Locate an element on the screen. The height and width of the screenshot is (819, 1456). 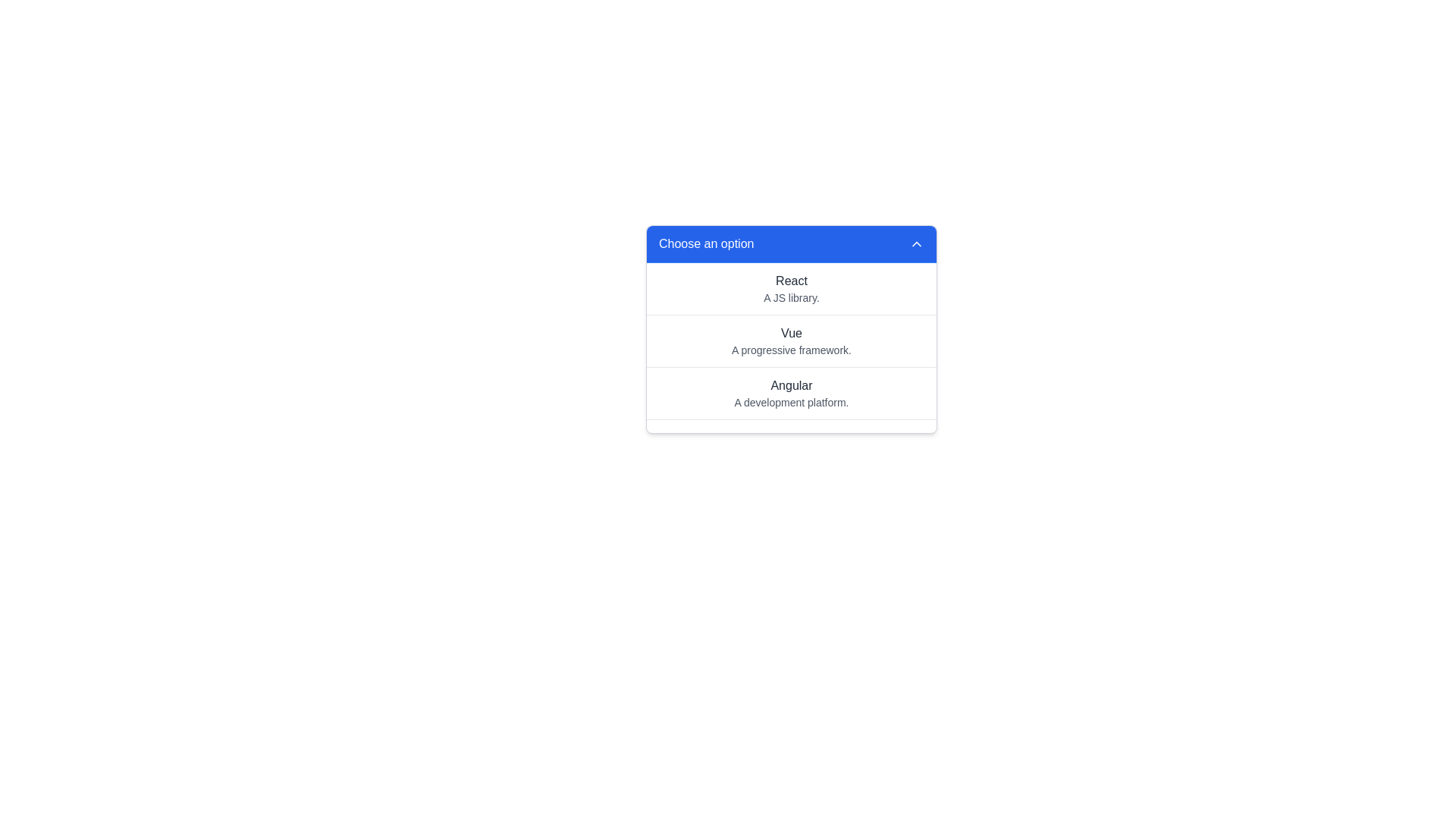
the text label 'A JS library.' which is styled in gray and positioned under the 'React' option in the dropdown menu is located at coordinates (790, 298).